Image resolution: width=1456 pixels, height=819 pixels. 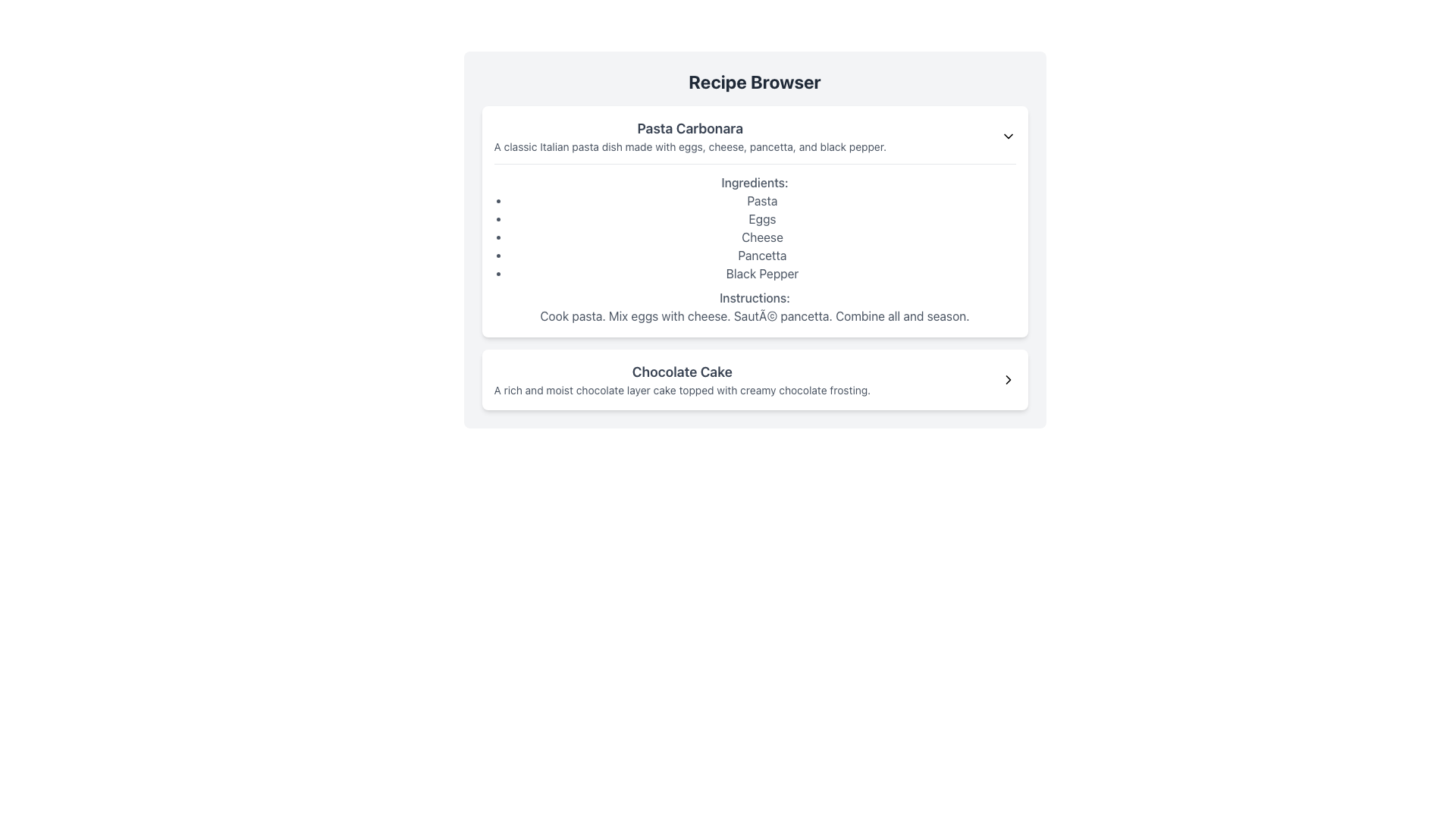 What do you see at coordinates (1008, 379) in the screenshot?
I see `the Chevron arrow icon located at the far right of the 'Chocolate Cake' card` at bounding box center [1008, 379].